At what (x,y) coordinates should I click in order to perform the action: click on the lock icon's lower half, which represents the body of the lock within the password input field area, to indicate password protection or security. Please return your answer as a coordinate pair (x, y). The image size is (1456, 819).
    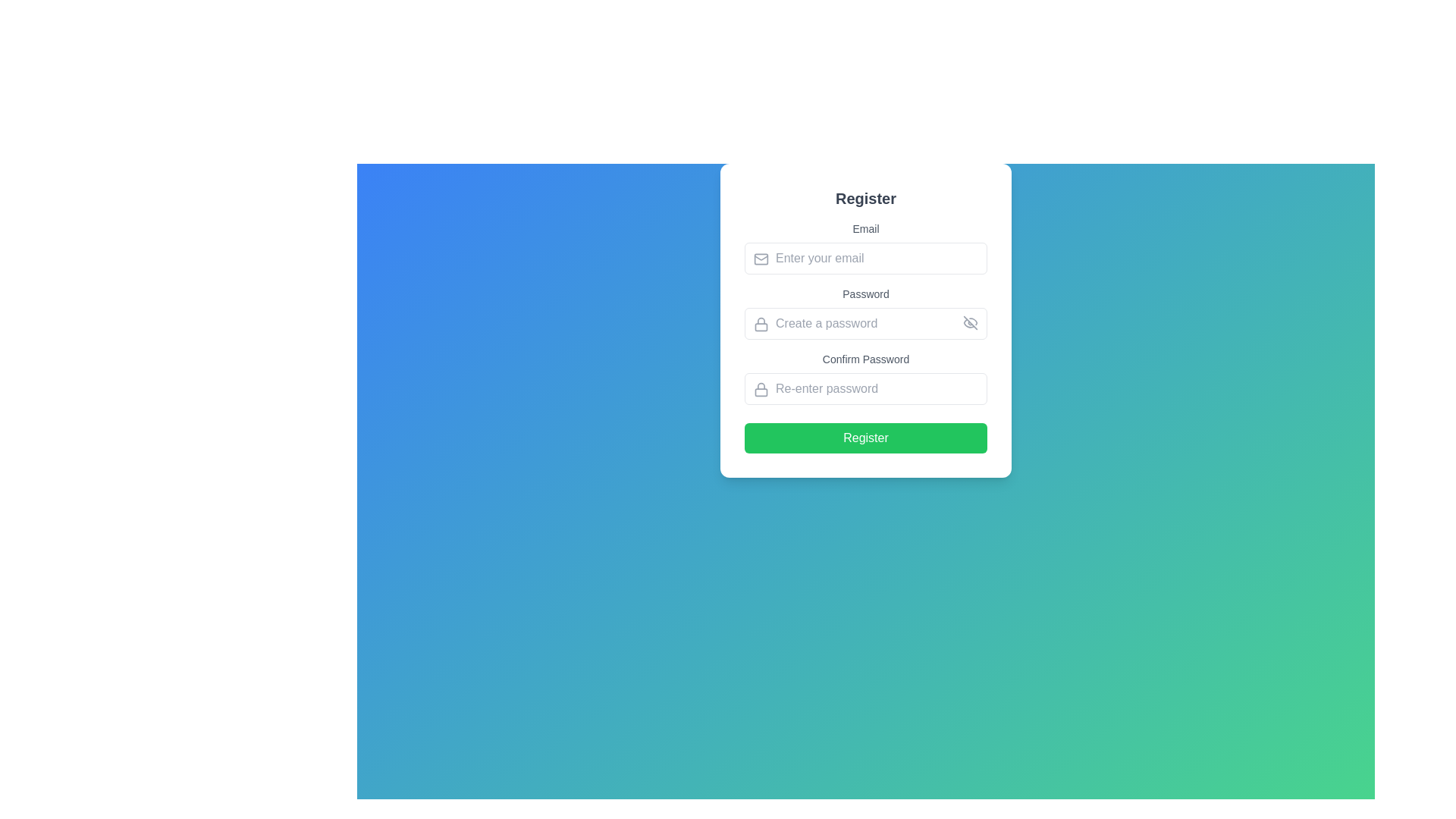
    Looking at the image, I should click on (761, 326).